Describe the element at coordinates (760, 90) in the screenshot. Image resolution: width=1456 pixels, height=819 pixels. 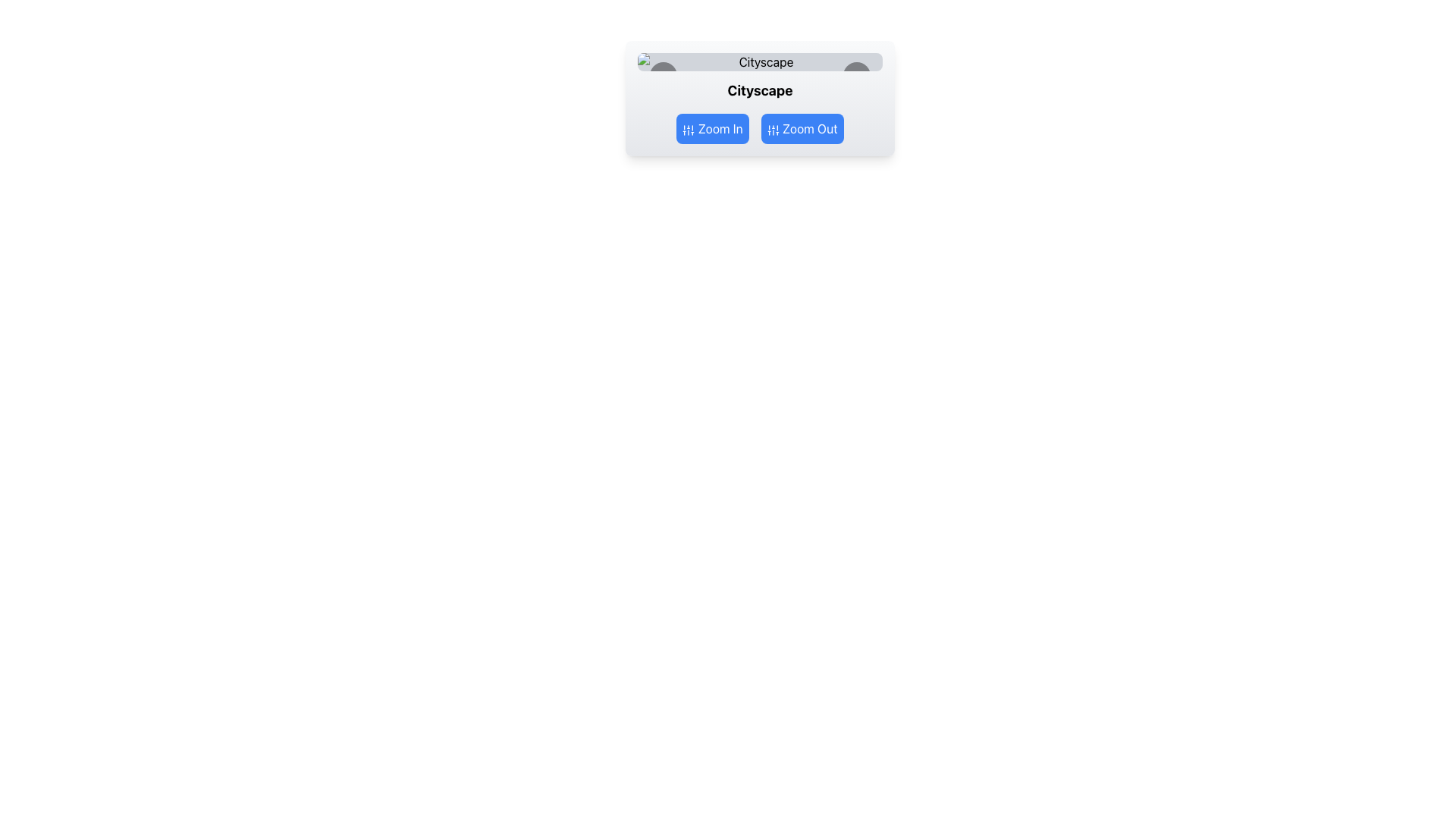
I see `the text label displaying 'Cityscape', which is bold and center-aligned, located centrally between the 'Zoom In' and 'Zoom Out' buttons` at that location.